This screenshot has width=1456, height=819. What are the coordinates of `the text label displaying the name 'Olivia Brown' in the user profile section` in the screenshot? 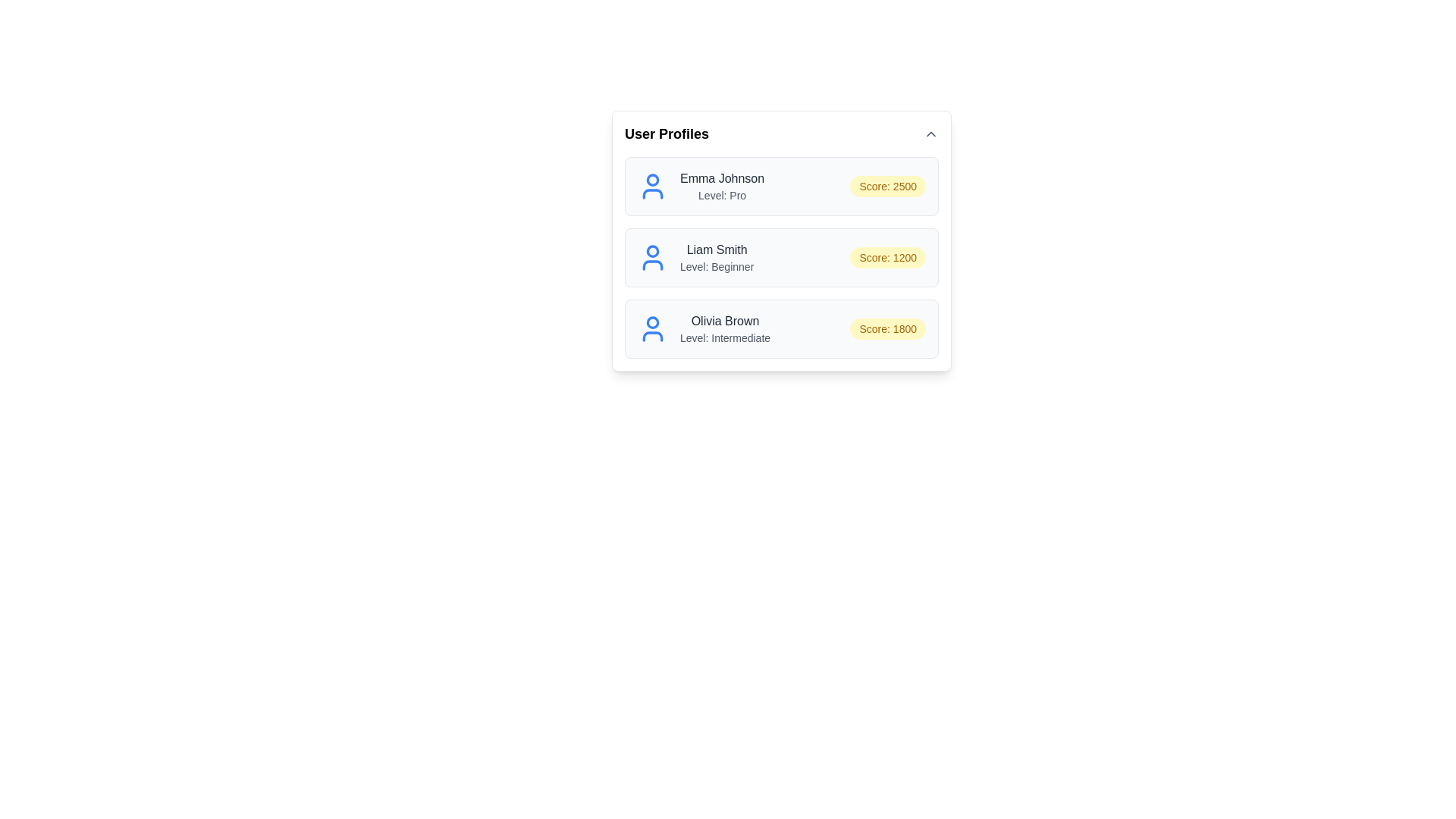 It's located at (724, 321).